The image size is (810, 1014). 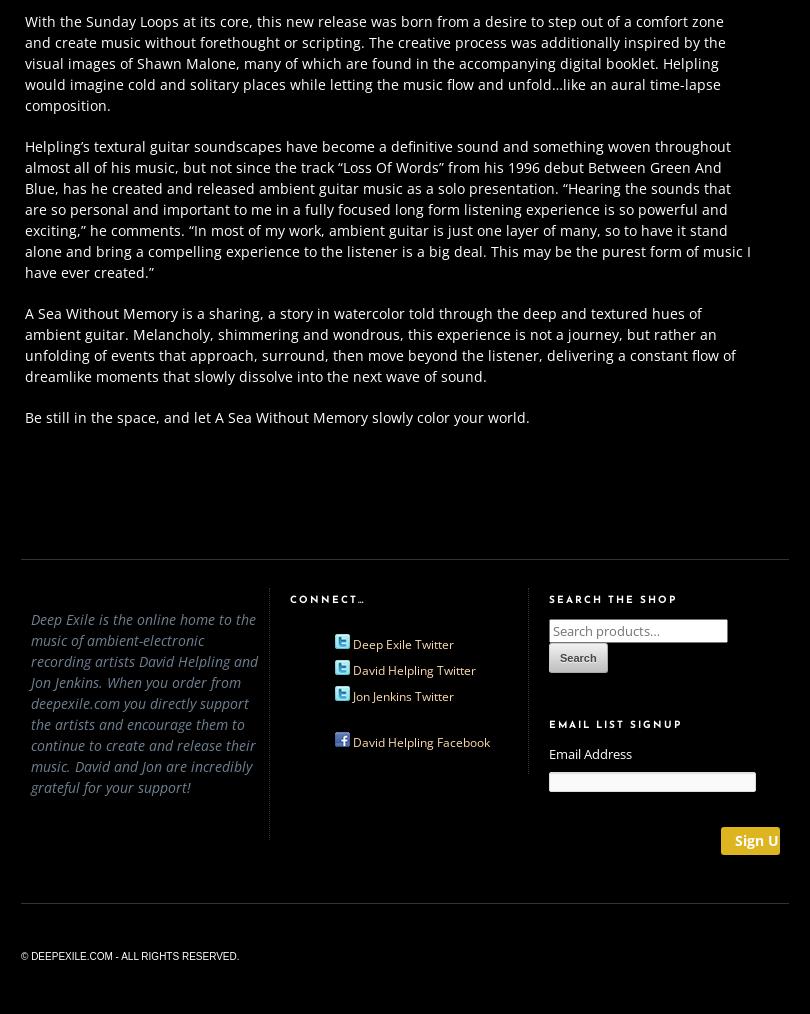 What do you see at coordinates (144, 702) in the screenshot?
I see `'Deep Exile is the online home to the music of ambient-electronic recording artists David Helpling and Jon Jenkins.  When you order from deepexile.com you directly support the artists and encourage them to continue to create and release their music.  David and Jon are incredibly grateful for your support!'` at bounding box center [144, 702].